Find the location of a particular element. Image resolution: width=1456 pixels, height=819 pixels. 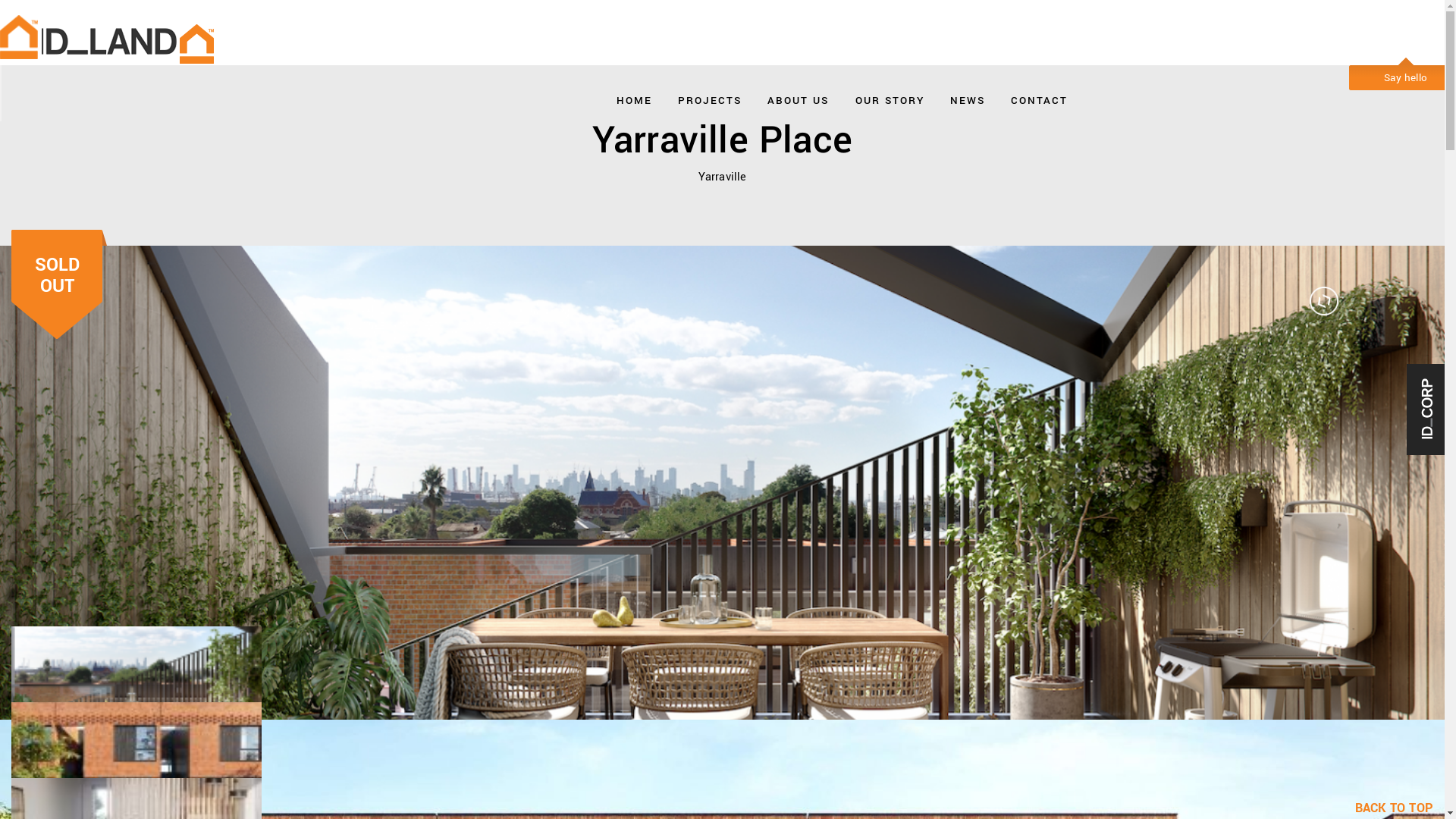

'PROJECTS' is located at coordinates (709, 96).